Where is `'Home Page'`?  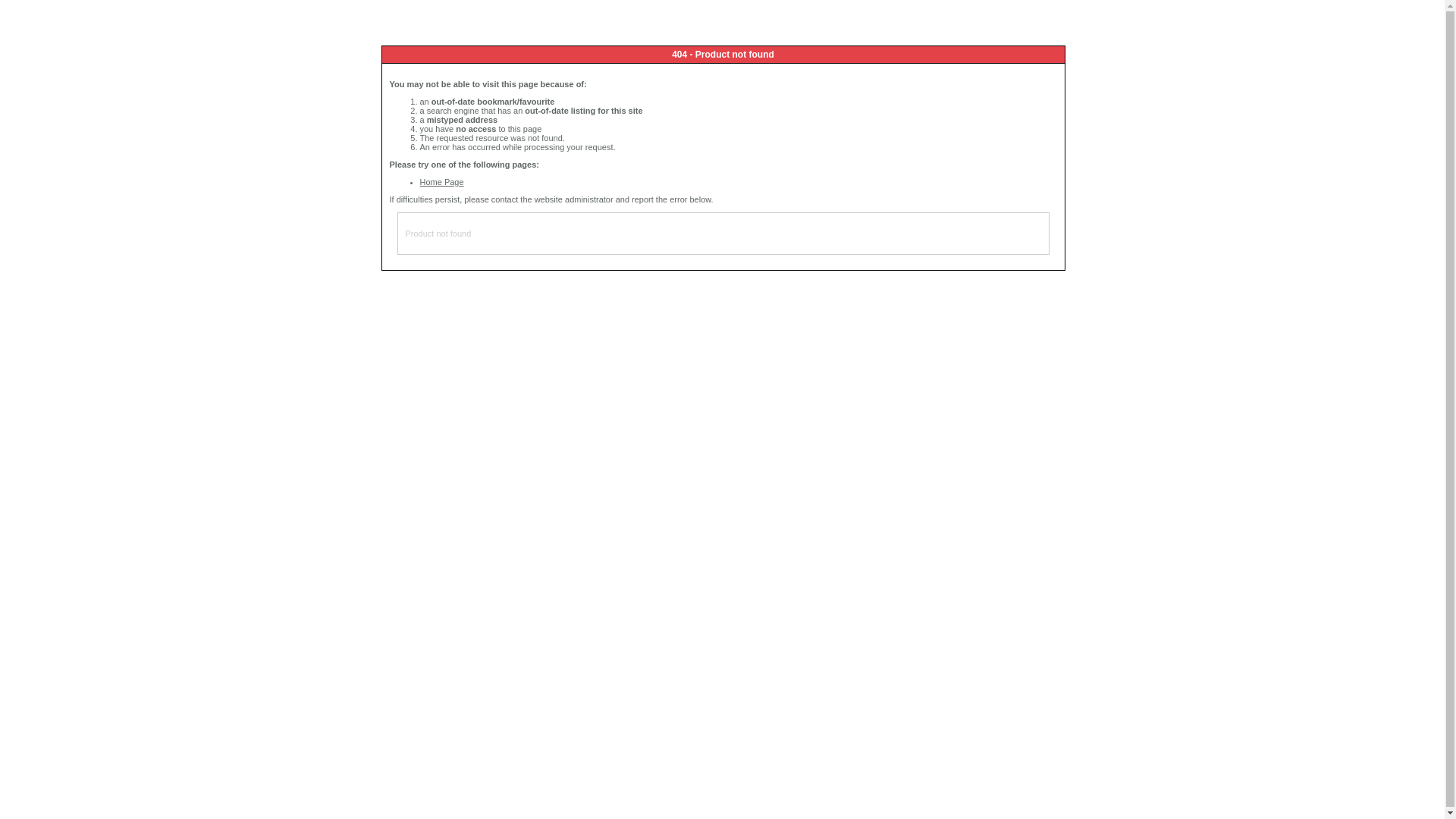 'Home Page' is located at coordinates (441, 180).